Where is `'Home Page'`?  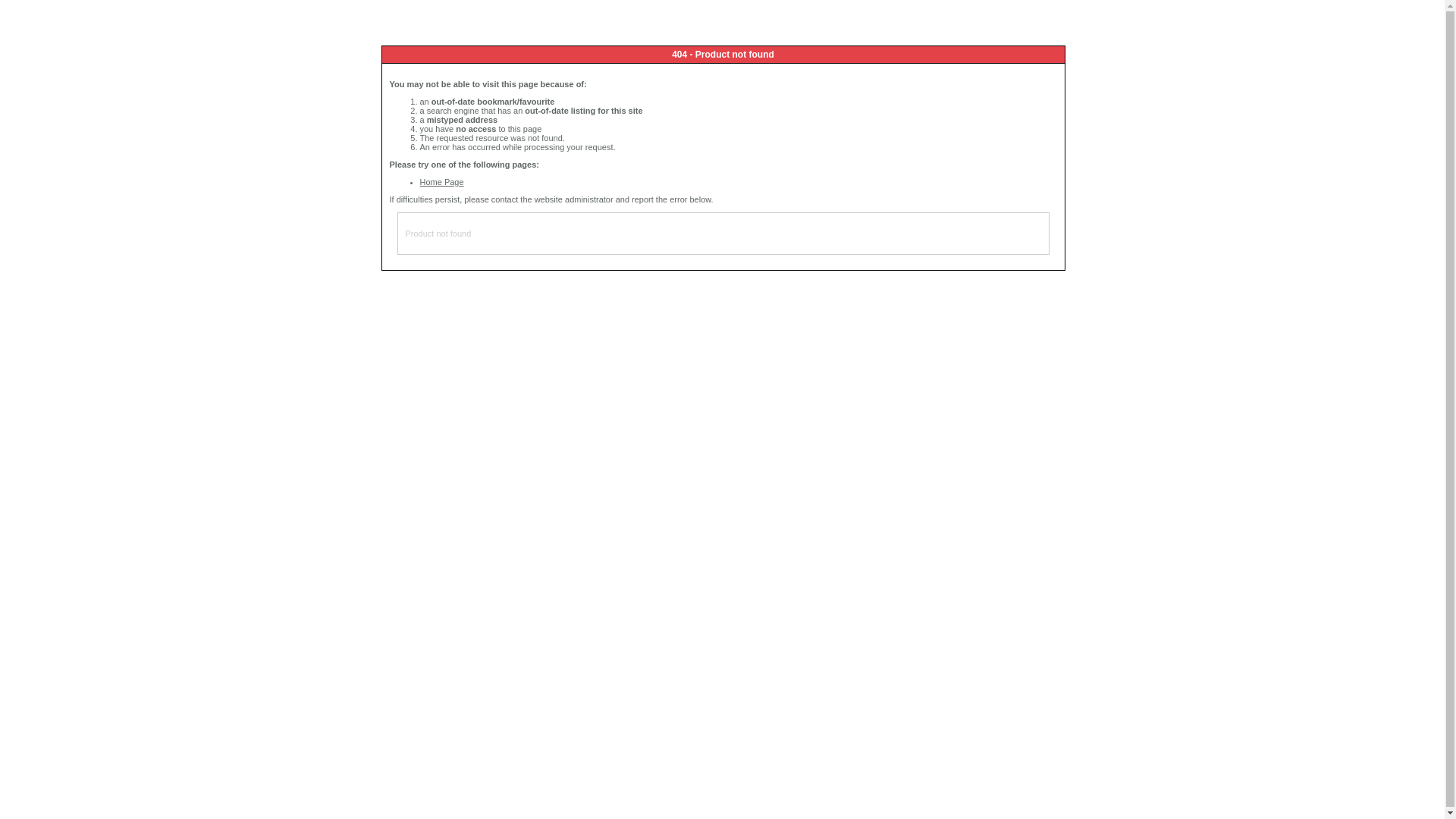 'Home Page' is located at coordinates (441, 180).